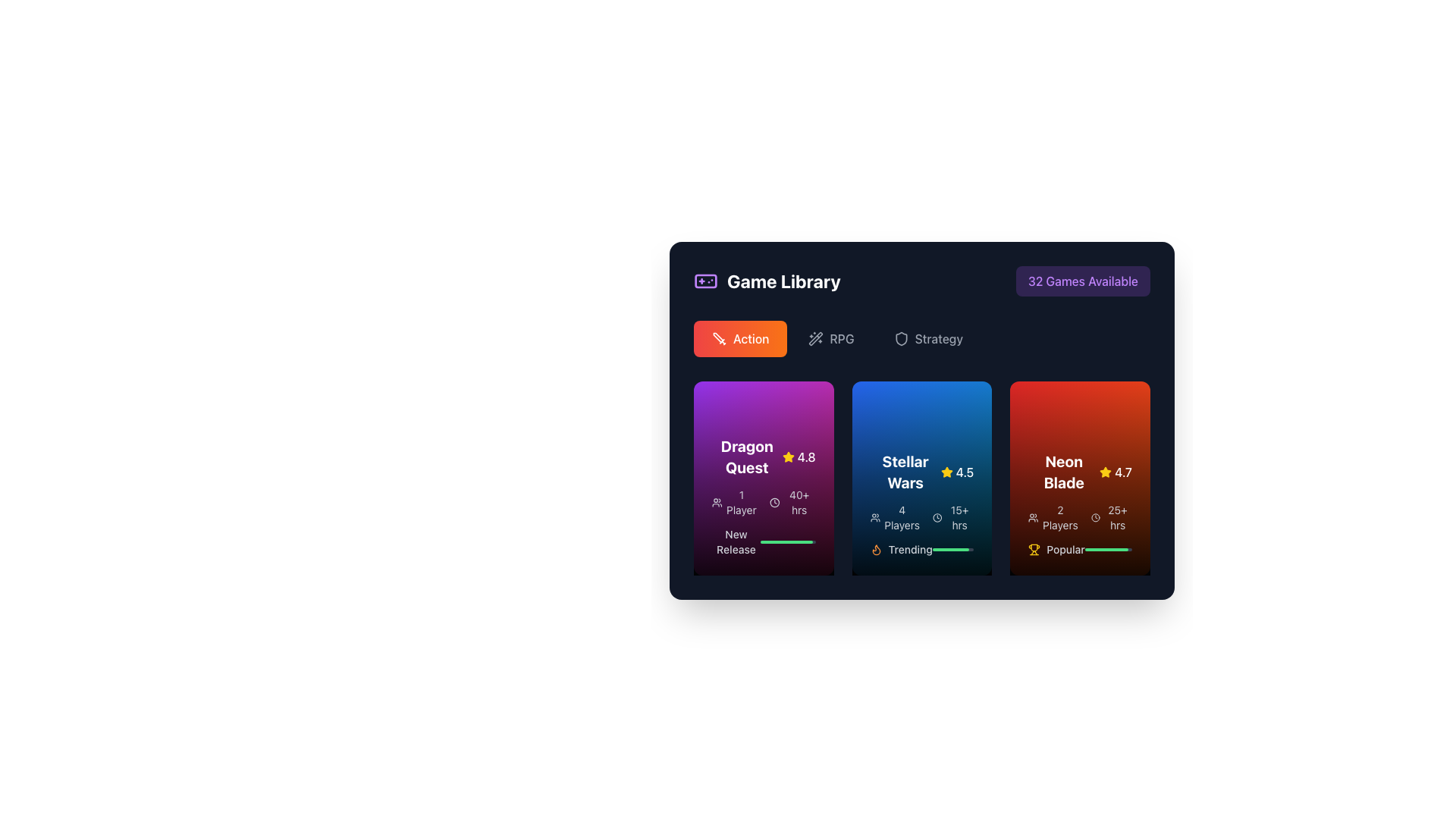 The width and height of the screenshot is (1456, 819). What do you see at coordinates (927, 338) in the screenshot?
I see `the 'Strategy' button with a shield icon` at bounding box center [927, 338].